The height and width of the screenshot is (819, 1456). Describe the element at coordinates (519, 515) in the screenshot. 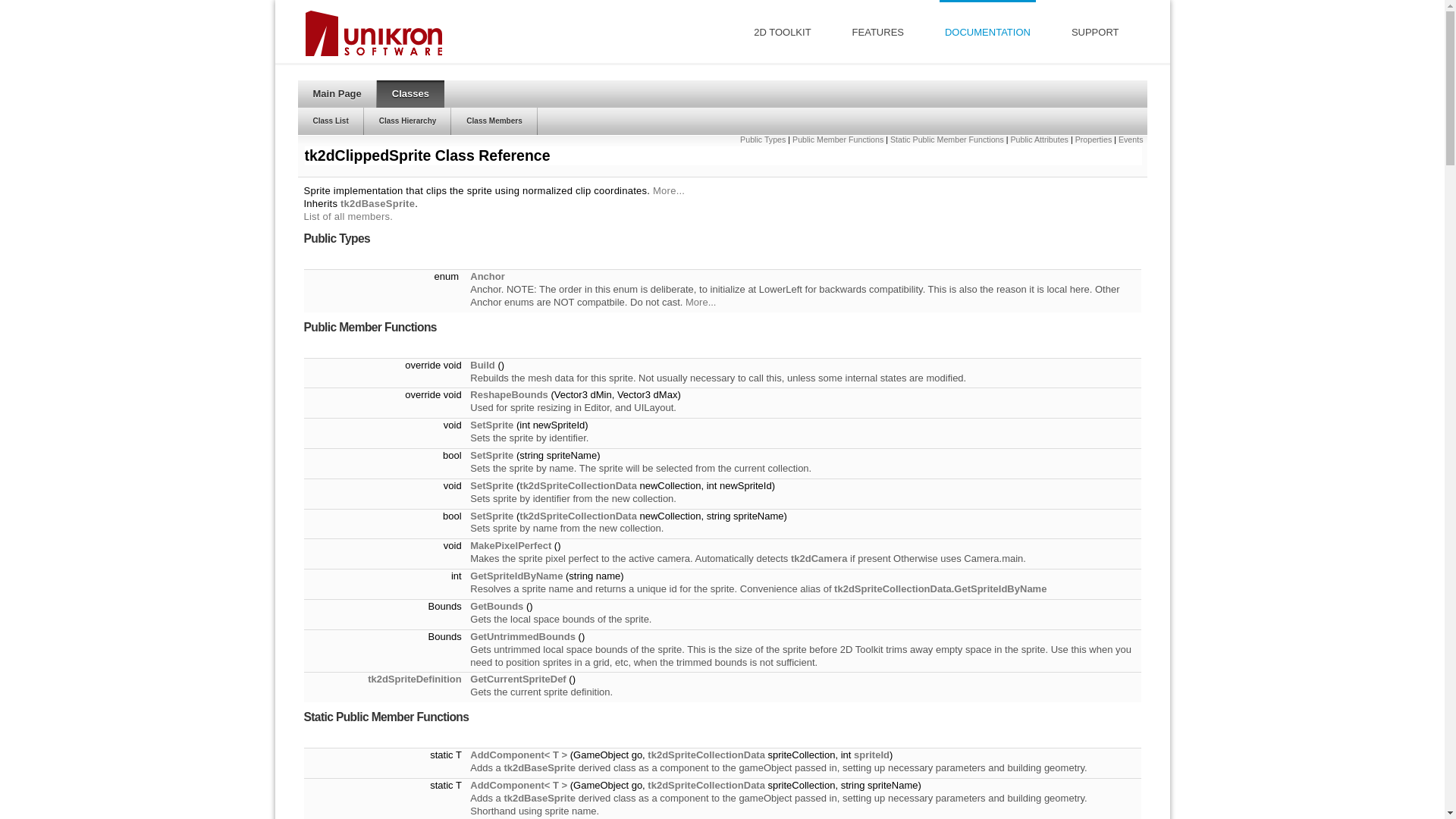

I see `'tk2dSpriteCollectionData'` at that location.